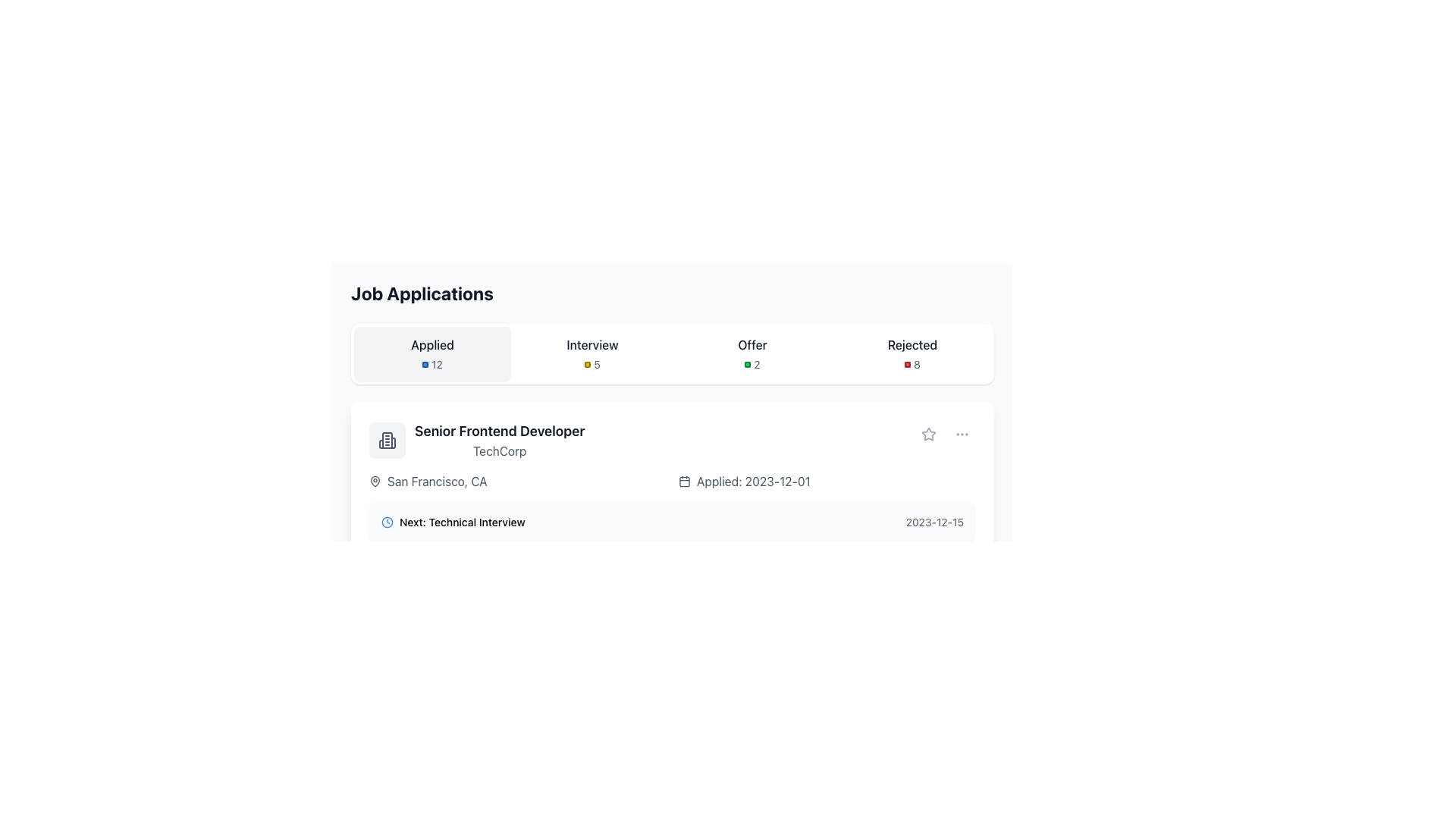 Image resolution: width=1456 pixels, height=819 pixels. Describe the element at coordinates (912, 365) in the screenshot. I see `the numeric indicator label representing the count of rejected applications, located to the right of the 'Rejected' label in the header bar of the job application dashboard` at that location.